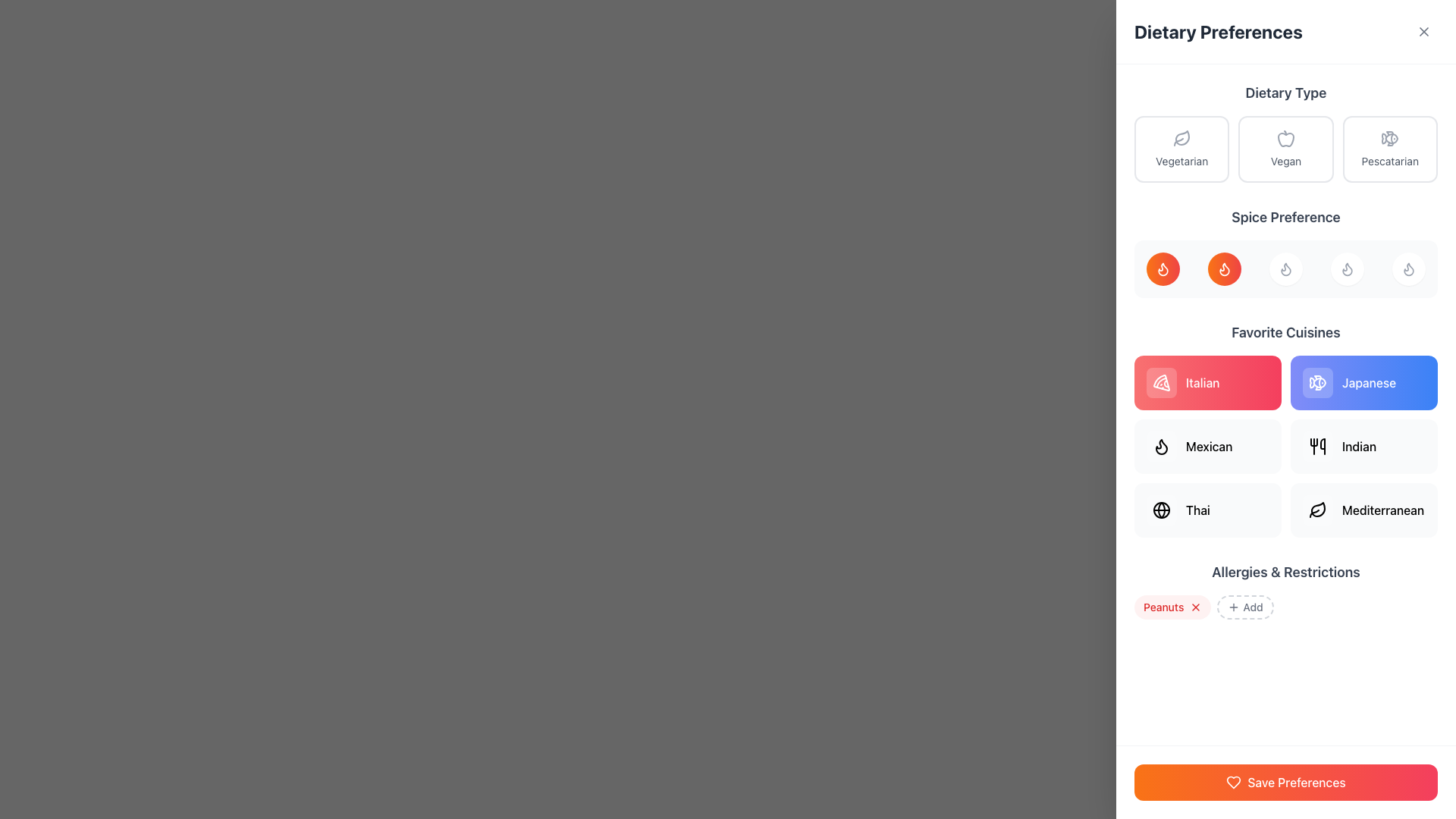 The width and height of the screenshot is (1456, 819). Describe the element at coordinates (1285, 140) in the screenshot. I see `the Vegan dietary preference icon located in the right-hand side panel under the 'Dietary Preferences' section` at that location.